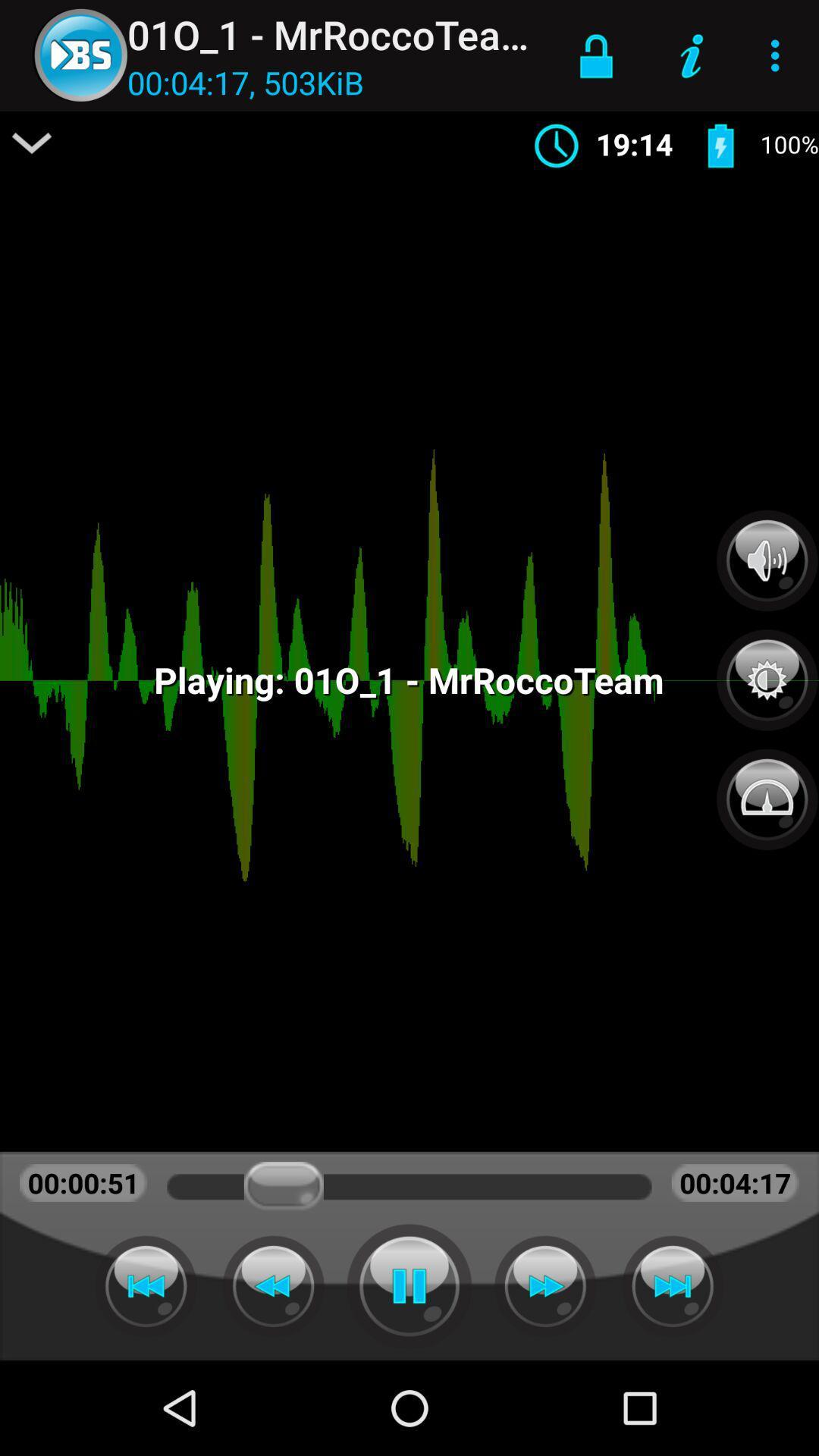 Image resolution: width=819 pixels, height=1456 pixels. Describe the element at coordinates (544, 1285) in the screenshot. I see `fast forward the track` at that location.